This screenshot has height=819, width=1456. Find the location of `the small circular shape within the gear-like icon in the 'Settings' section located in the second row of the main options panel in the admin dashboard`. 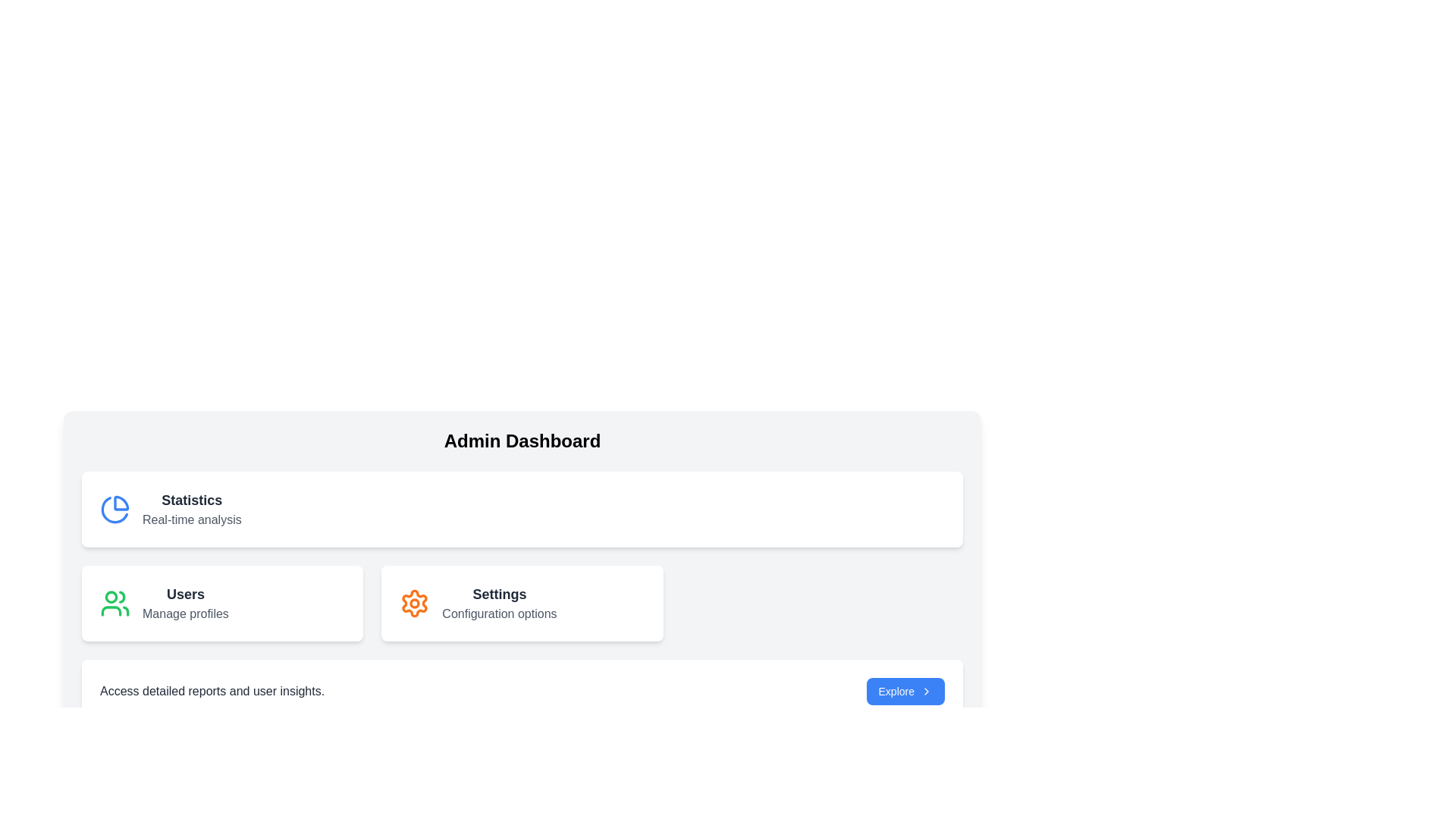

the small circular shape within the gear-like icon in the 'Settings' section located in the second row of the main options panel in the admin dashboard is located at coordinates (415, 602).